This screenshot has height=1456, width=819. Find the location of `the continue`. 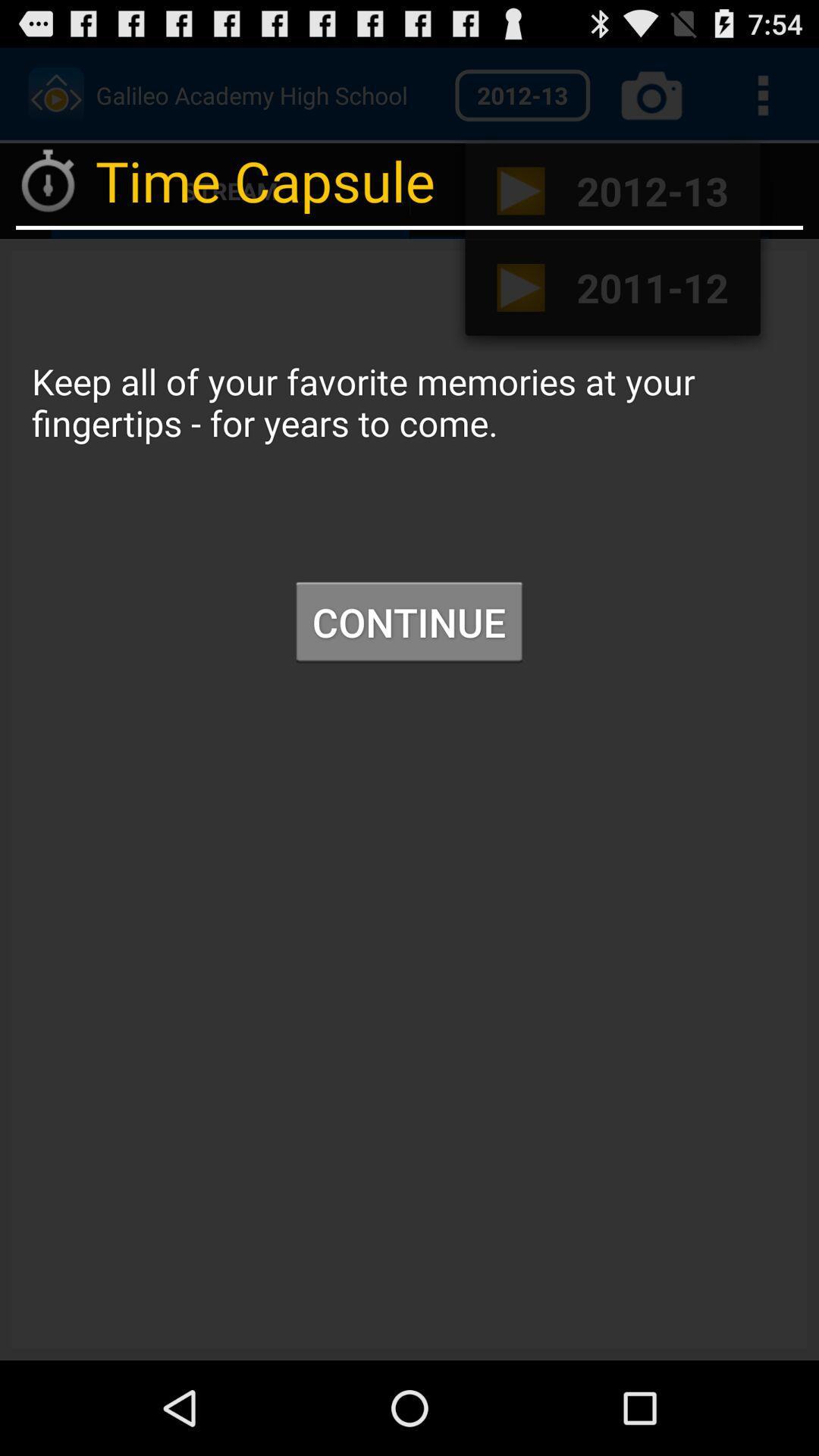

the continue is located at coordinates (408, 622).